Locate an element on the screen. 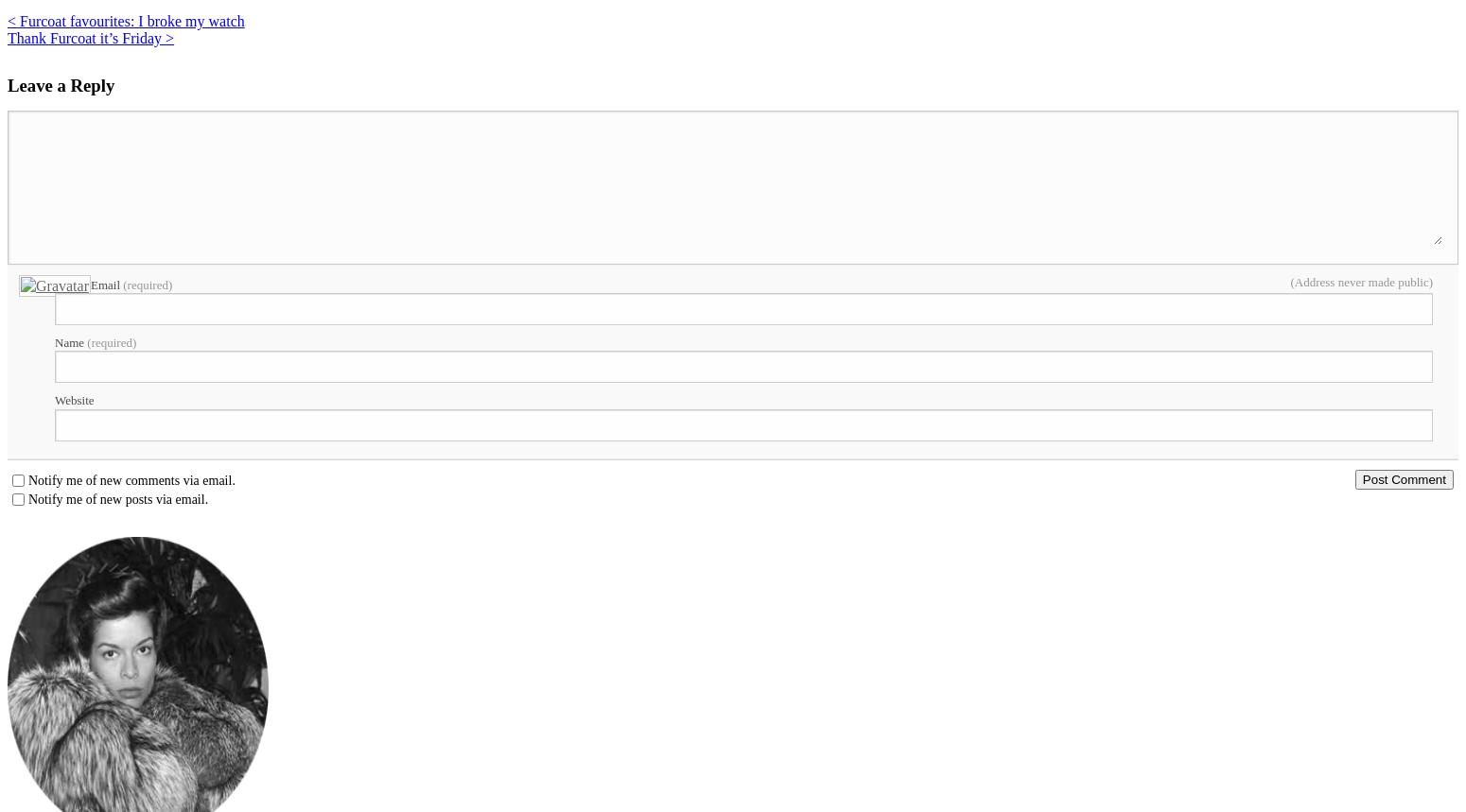 The width and height of the screenshot is (1466, 812). '>' is located at coordinates (168, 38).